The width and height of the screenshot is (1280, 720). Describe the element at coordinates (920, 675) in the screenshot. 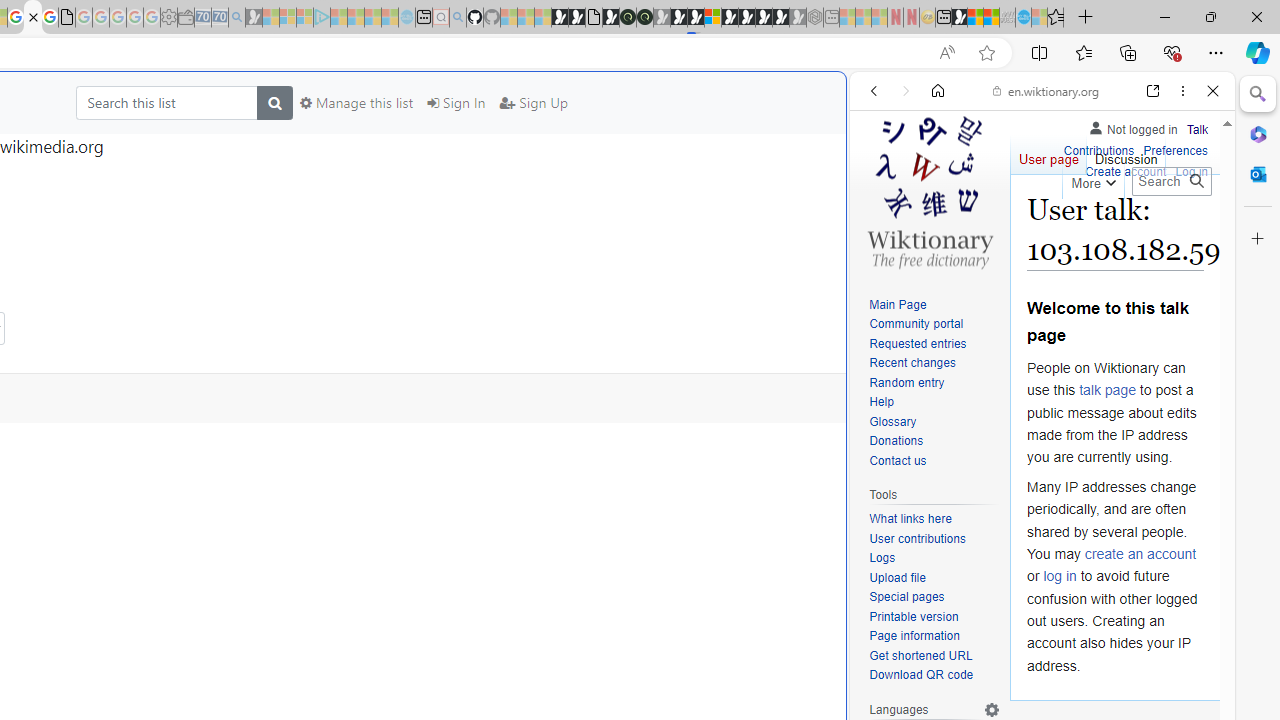

I see `'Download QR code'` at that location.